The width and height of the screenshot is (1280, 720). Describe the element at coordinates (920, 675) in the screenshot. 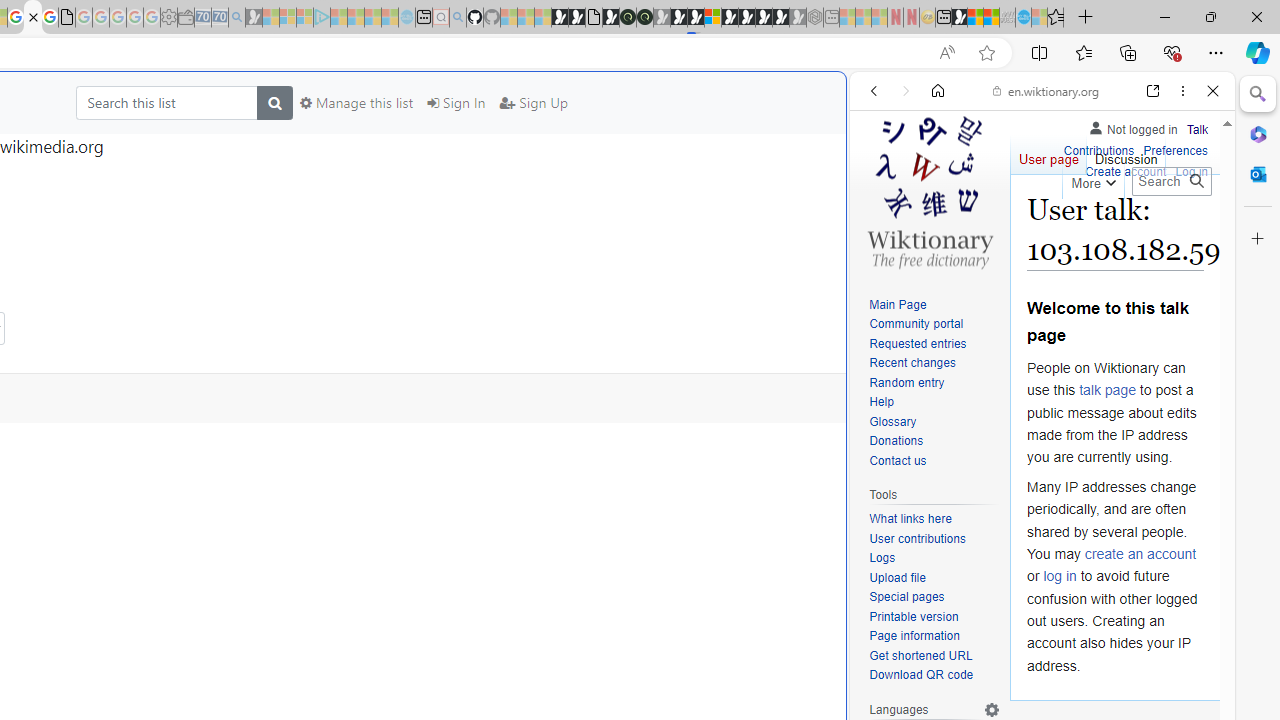

I see `'Download QR code'` at that location.